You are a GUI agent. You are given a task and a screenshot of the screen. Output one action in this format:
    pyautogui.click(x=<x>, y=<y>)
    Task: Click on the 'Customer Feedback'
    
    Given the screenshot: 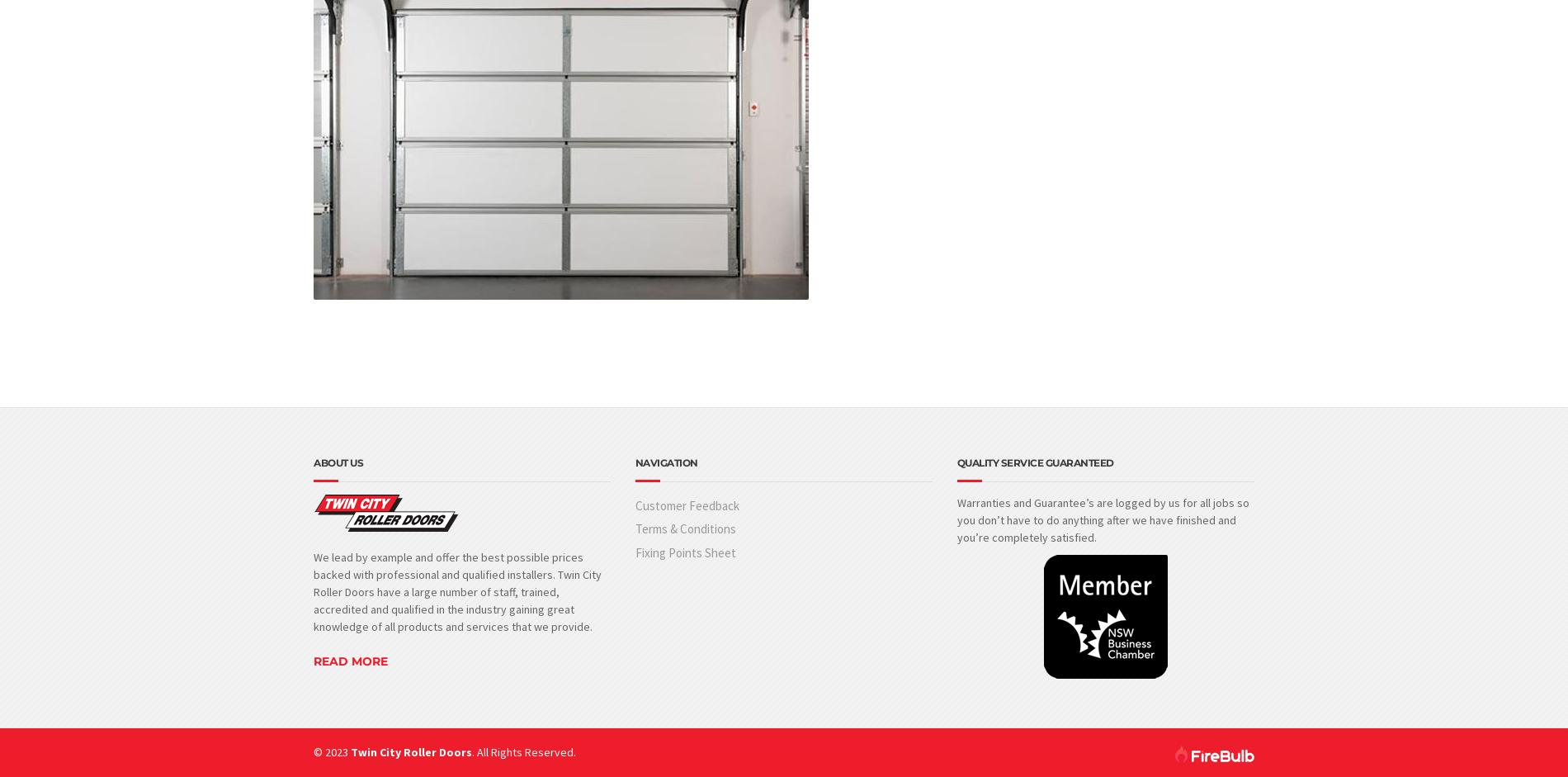 What is the action you would take?
    pyautogui.click(x=686, y=505)
    